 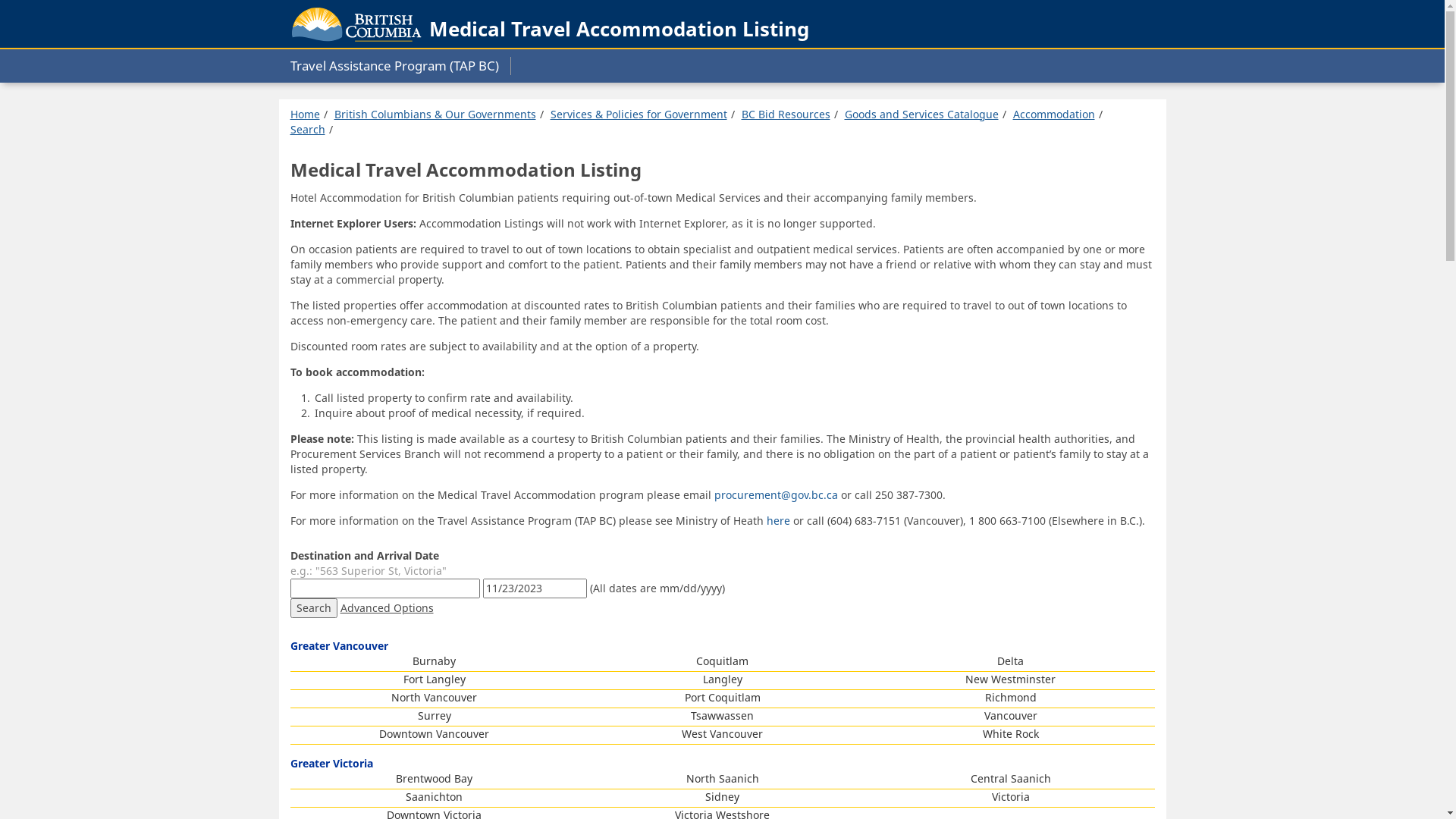 I want to click on 'Travel Assistance Program (TAP BC)', so click(x=400, y=65).